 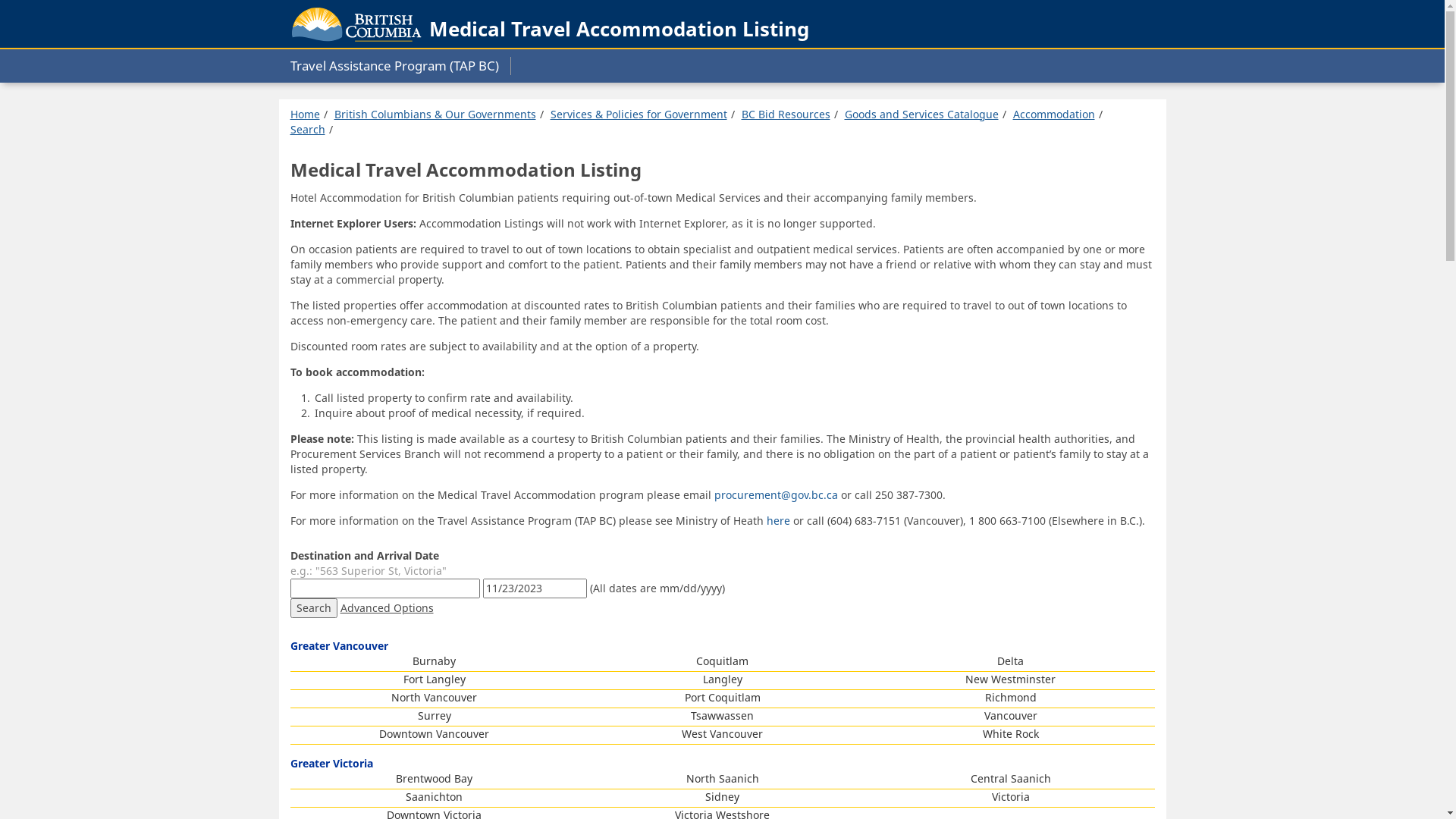 I want to click on 'Travel Assistance Program (TAP BC)', so click(x=400, y=65).